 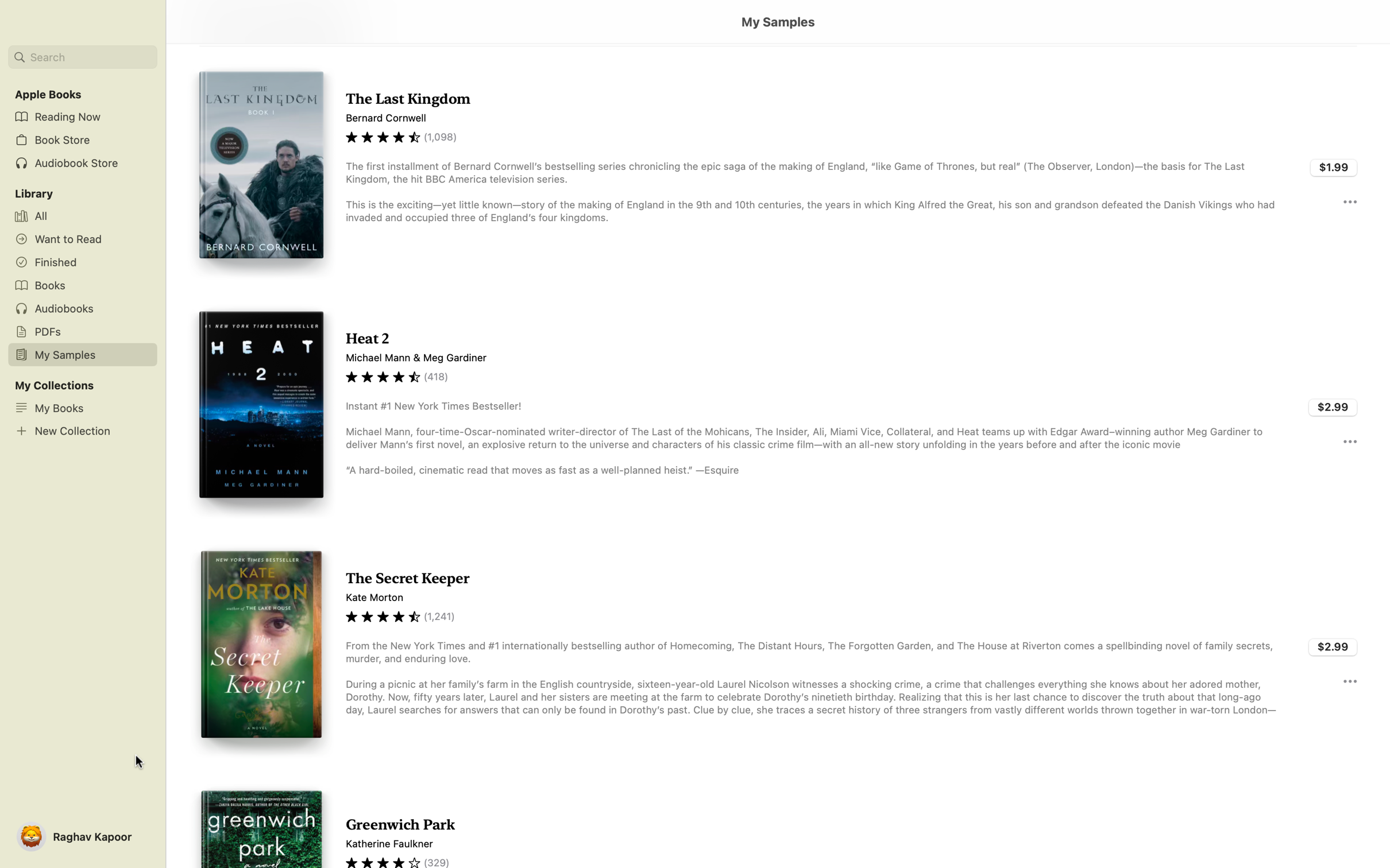 What do you see at coordinates (1333, 406) in the screenshot?
I see `Make the purchase of "Heat 2" book` at bounding box center [1333, 406].